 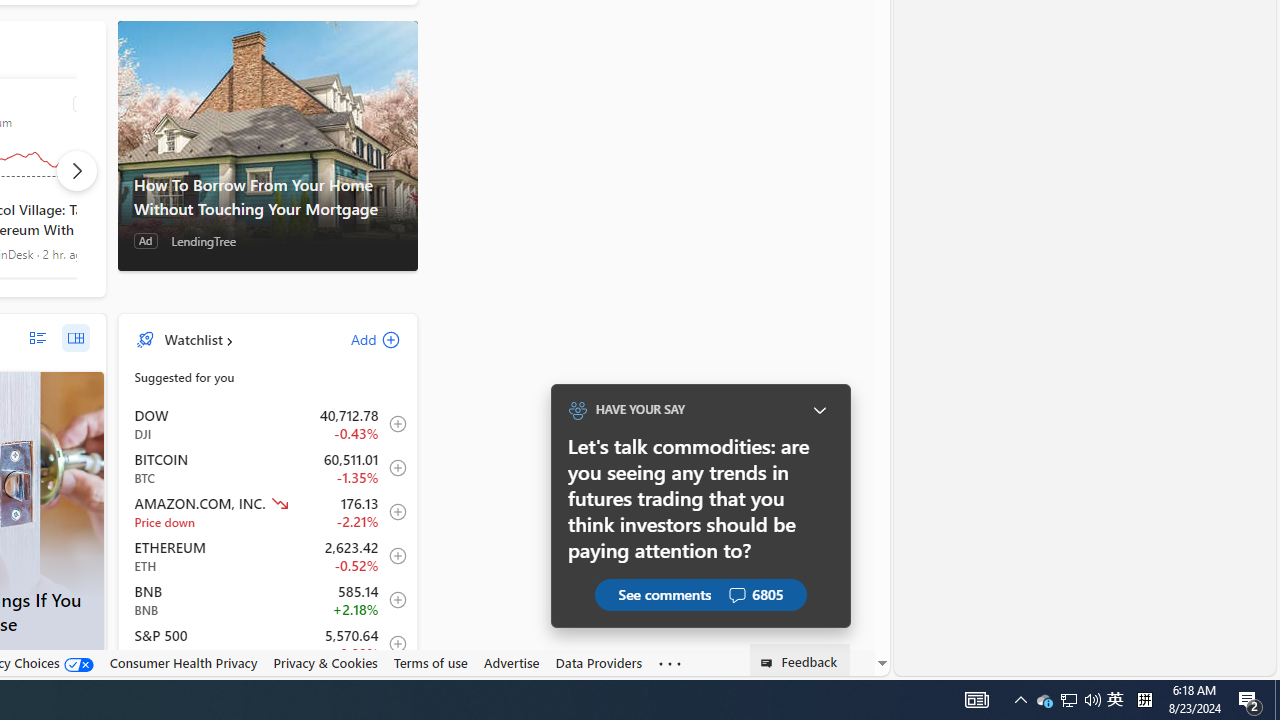 What do you see at coordinates (598, 663) in the screenshot?
I see `'Data Providers'` at bounding box center [598, 663].